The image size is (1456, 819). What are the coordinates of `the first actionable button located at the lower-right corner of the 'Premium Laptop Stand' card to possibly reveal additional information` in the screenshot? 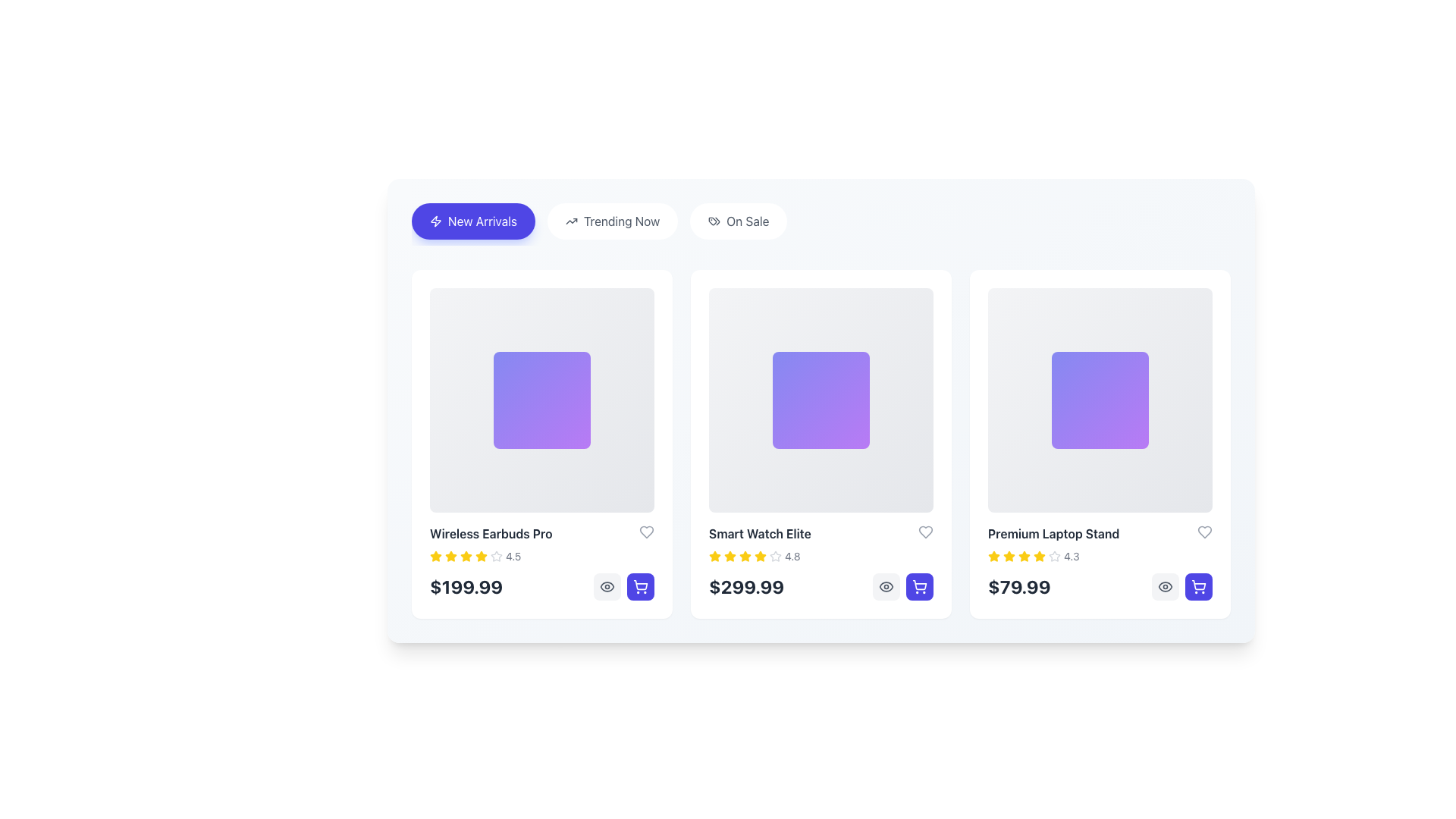 It's located at (1164, 586).